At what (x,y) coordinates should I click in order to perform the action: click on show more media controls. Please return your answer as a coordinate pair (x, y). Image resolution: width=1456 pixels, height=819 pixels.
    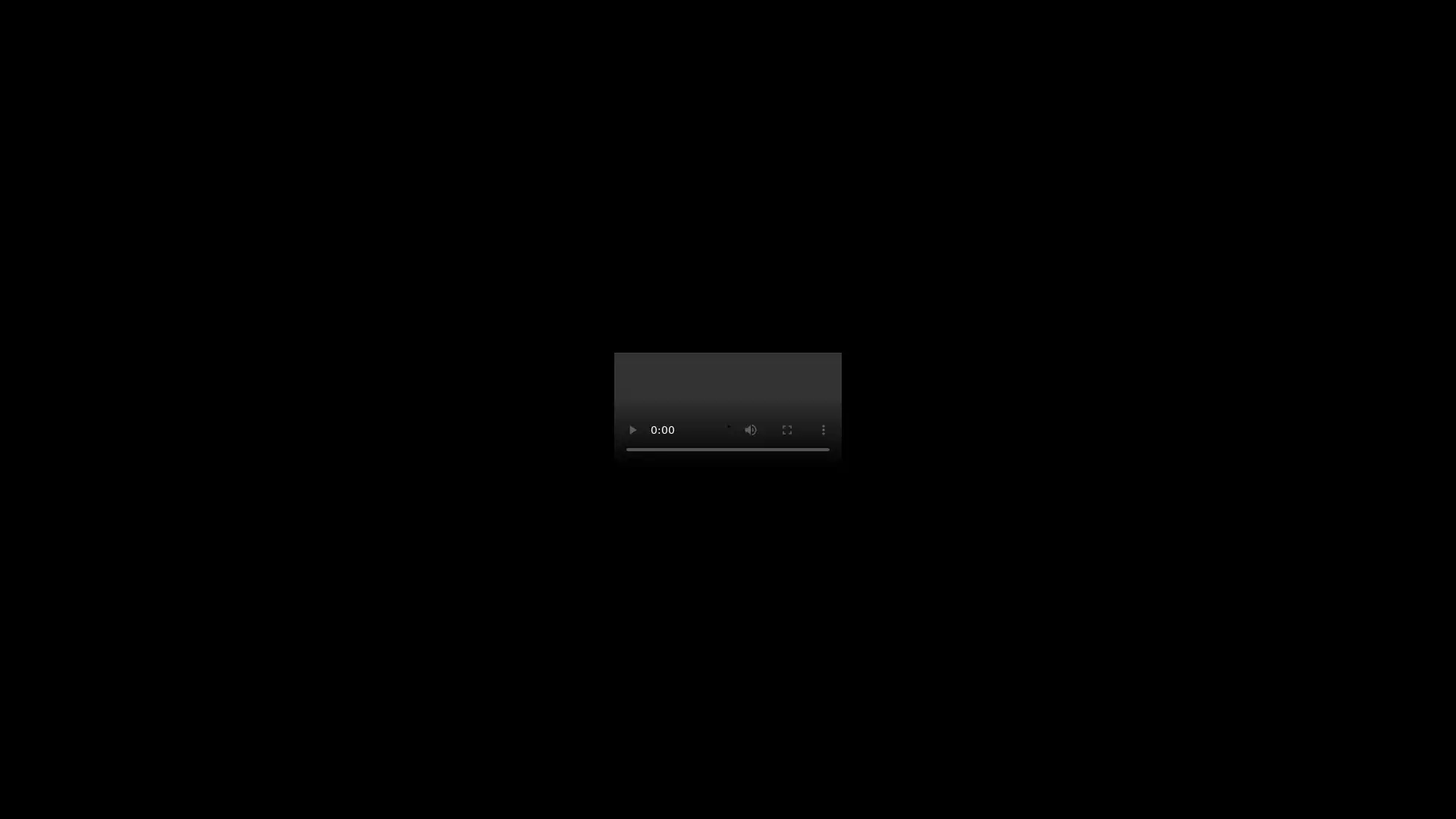
    Looking at the image, I should click on (822, 430).